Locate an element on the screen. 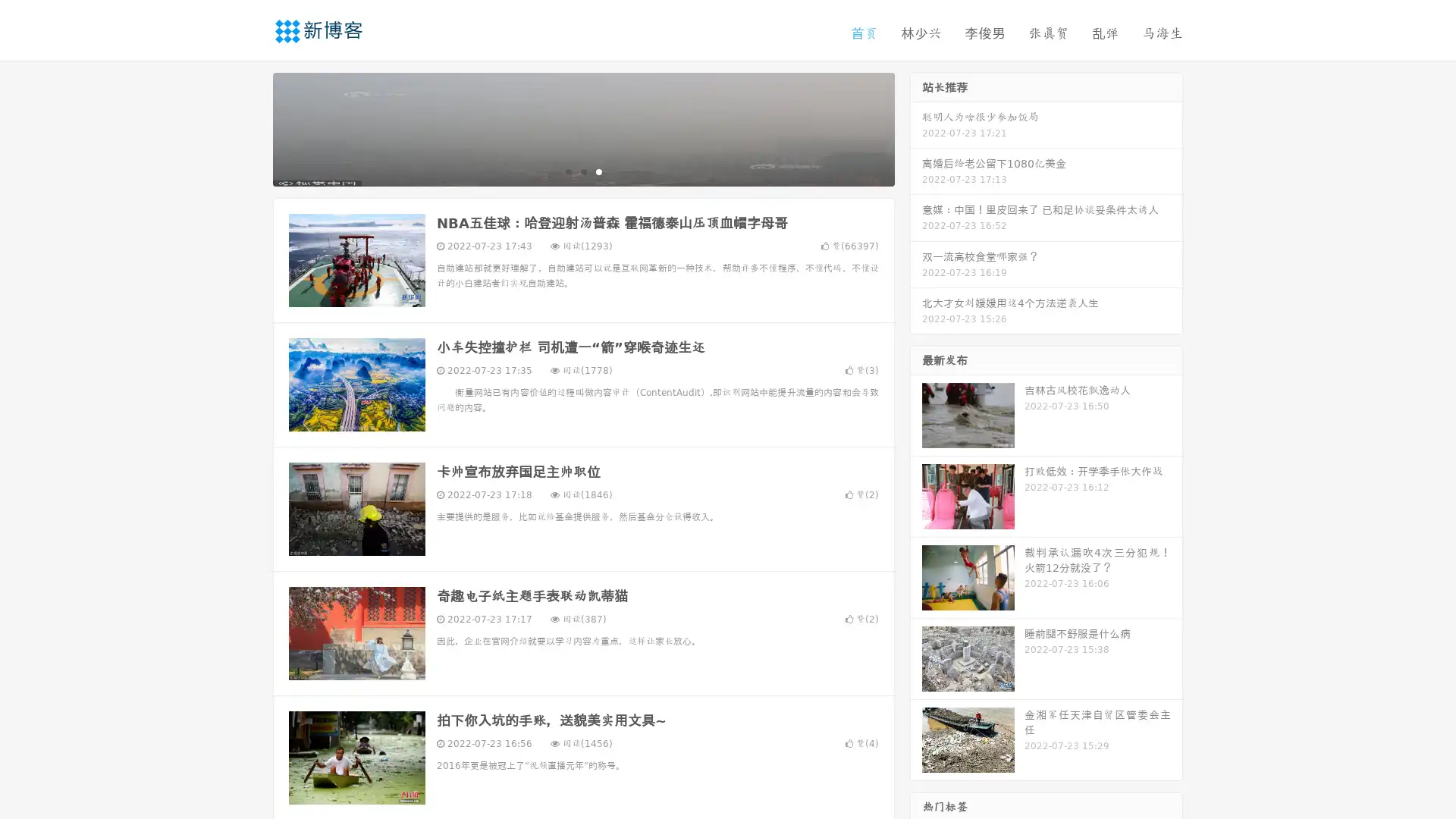 The width and height of the screenshot is (1456, 819). Go to slide 1 is located at coordinates (567, 171).